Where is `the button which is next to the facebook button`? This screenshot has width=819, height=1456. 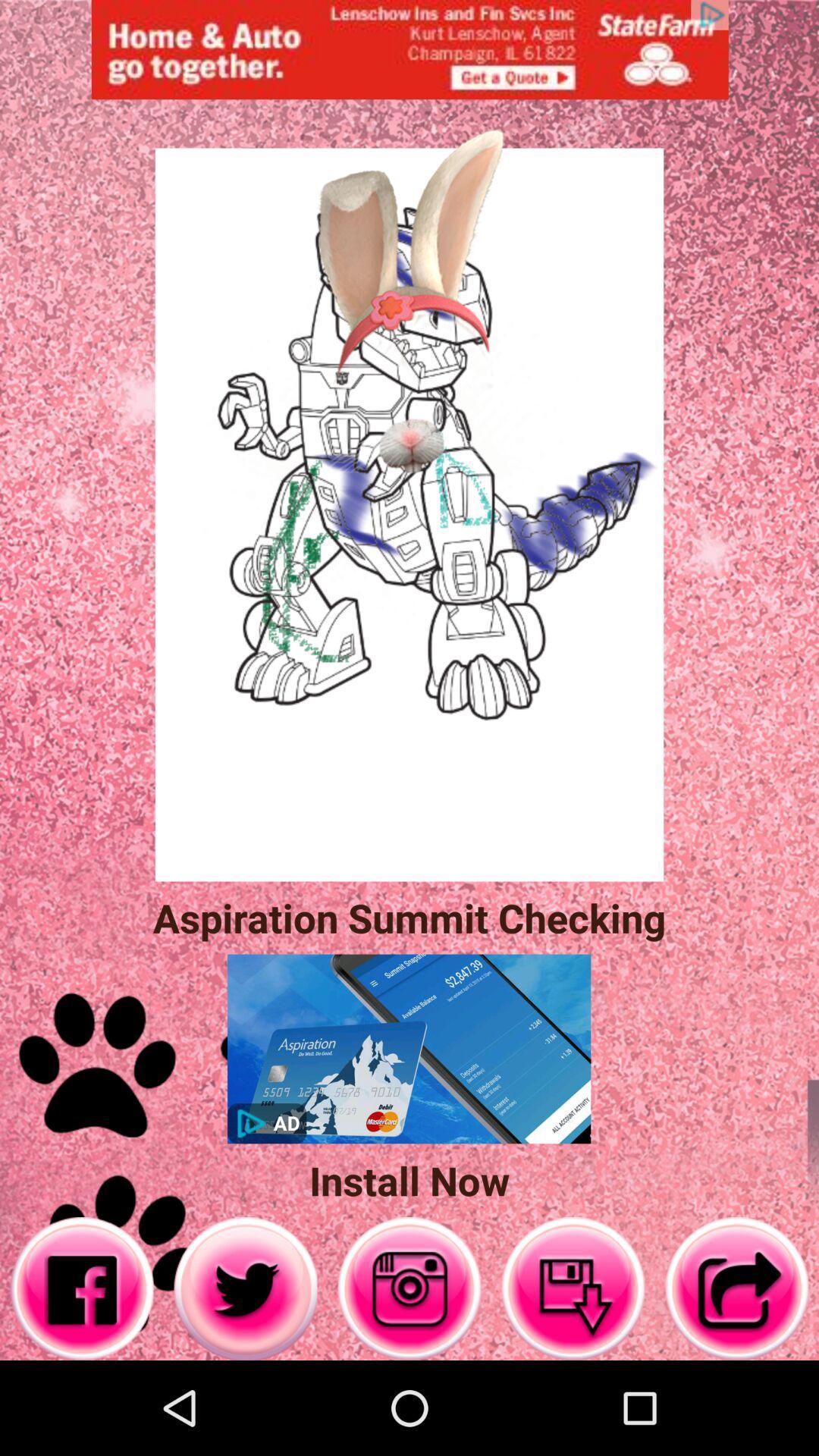 the button which is next to the facebook button is located at coordinates (245, 1288).